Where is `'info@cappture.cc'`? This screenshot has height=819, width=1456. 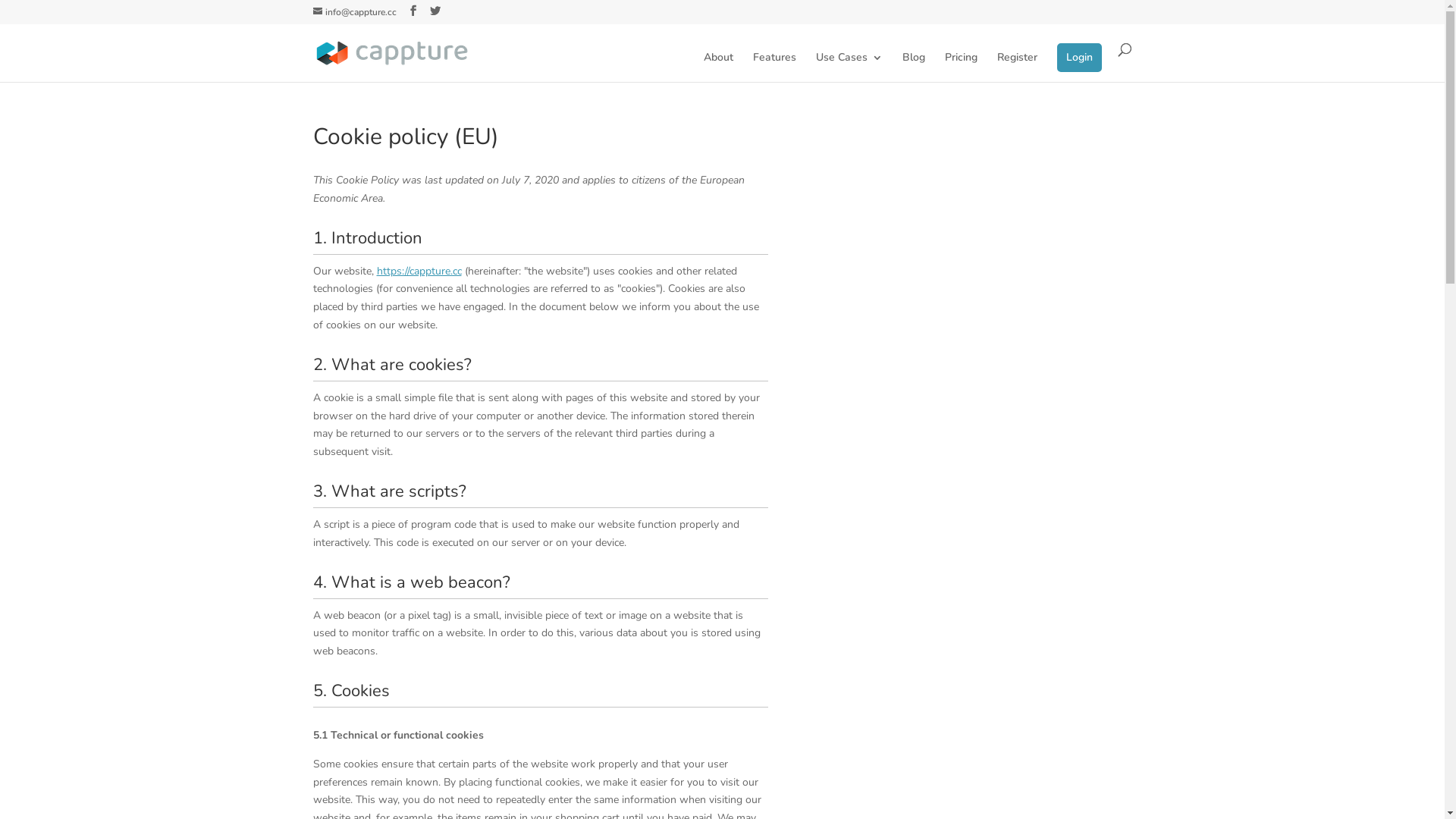 'info@cappture.cc' is located at coordinates (353, 11).